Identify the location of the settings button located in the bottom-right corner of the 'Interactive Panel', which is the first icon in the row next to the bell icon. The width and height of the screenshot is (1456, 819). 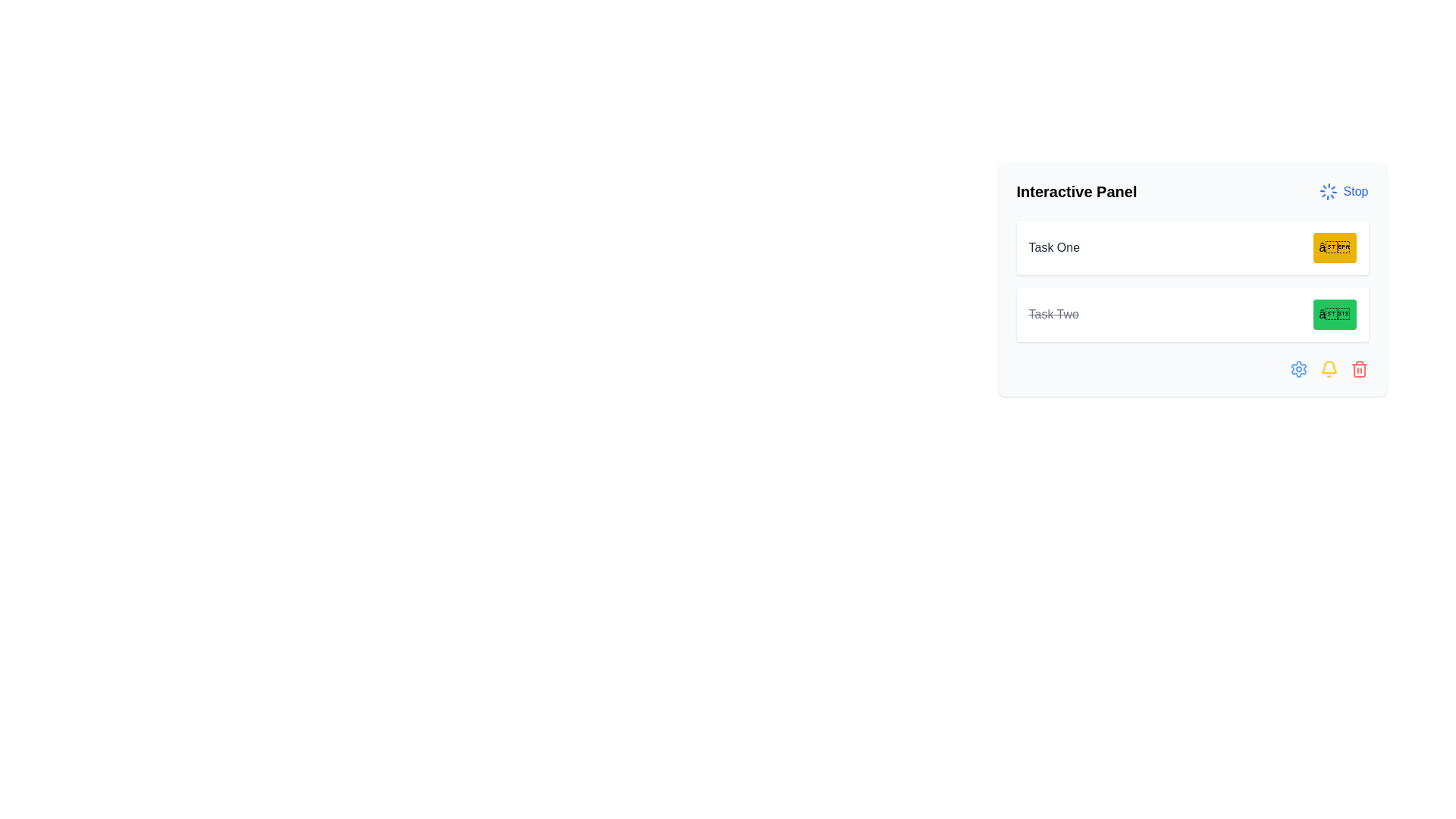
(1298, 369).